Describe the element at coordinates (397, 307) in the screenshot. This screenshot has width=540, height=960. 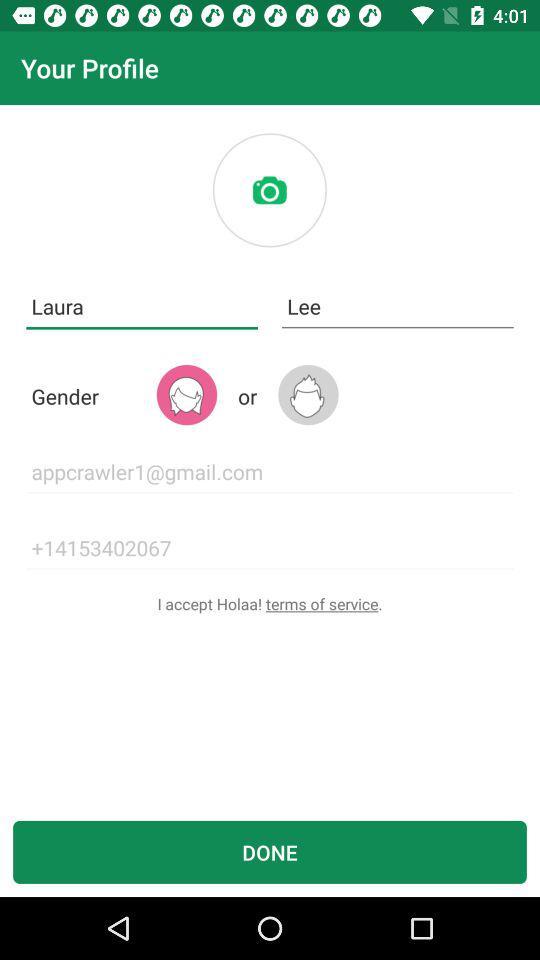
I see `the item to the right of laura` at that location.